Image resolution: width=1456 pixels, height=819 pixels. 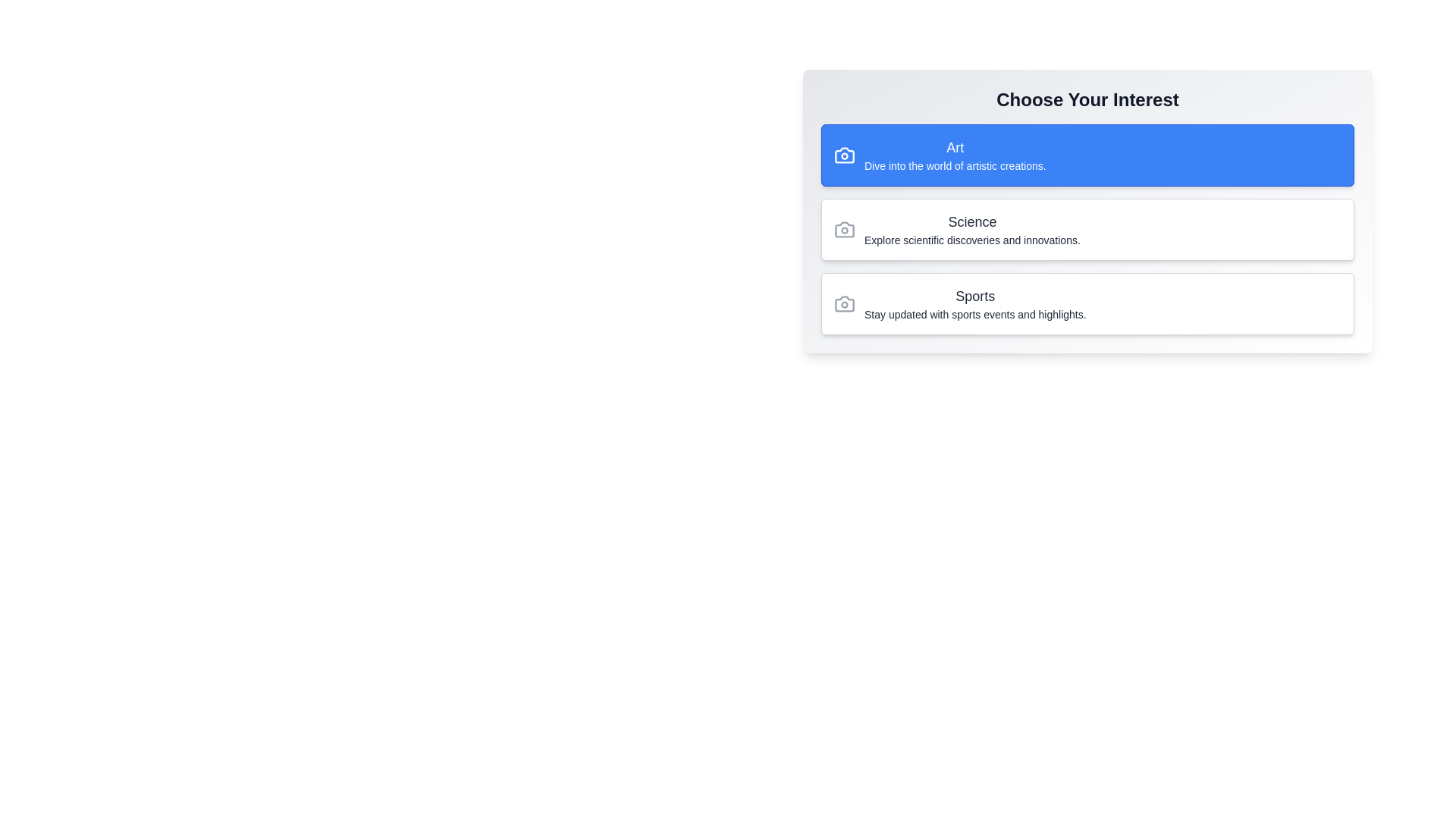 What do you see at coordinates (975, 296) in the screenshot?
I see `the Static Text Label that serves as the title for the third card in the vertical list layout, positioned centrally within its card` at bounding box center [975, 296].